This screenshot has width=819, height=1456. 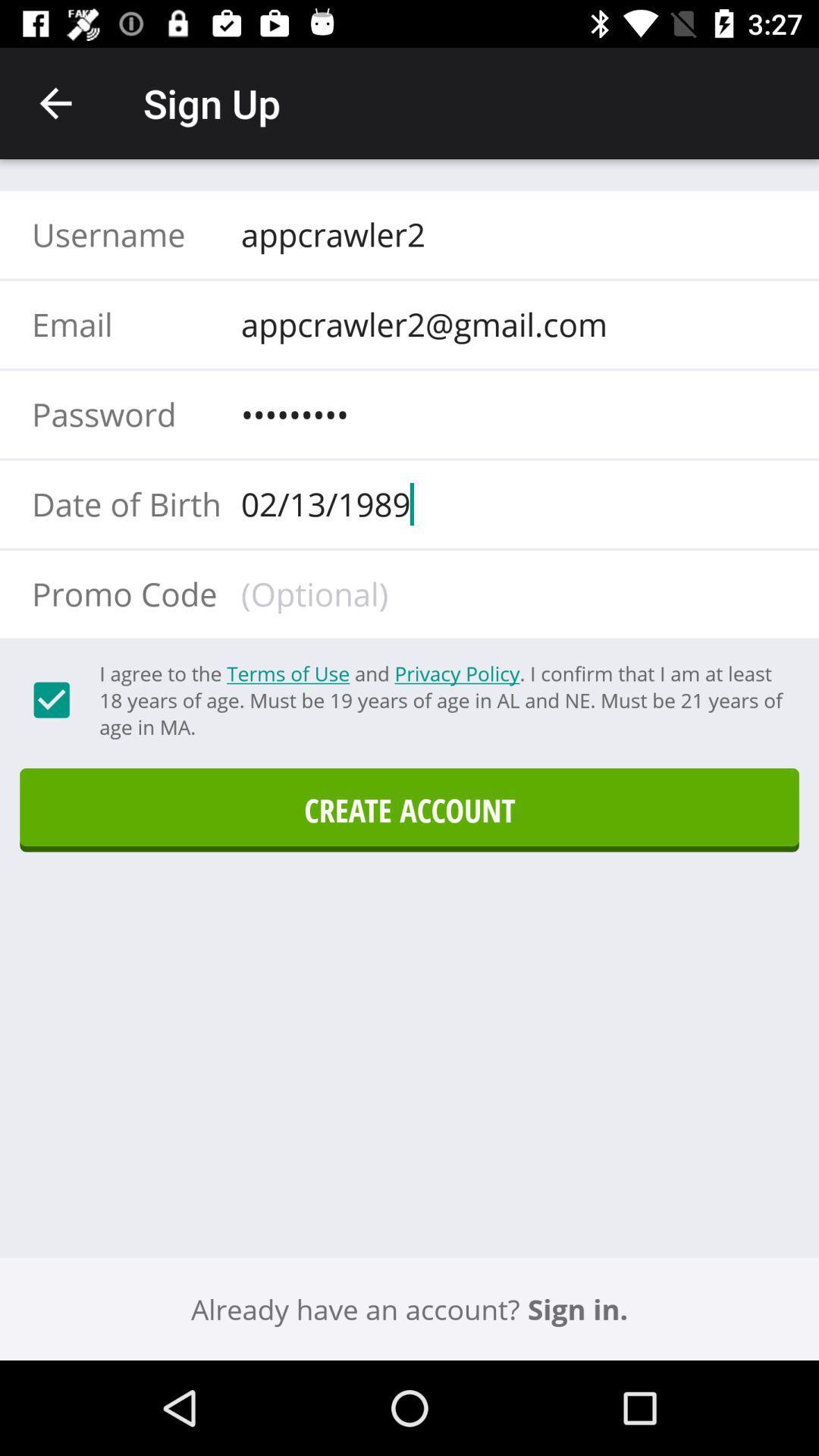 I want to click on item below the crowd3116 icon, so click(x=509, y=504).